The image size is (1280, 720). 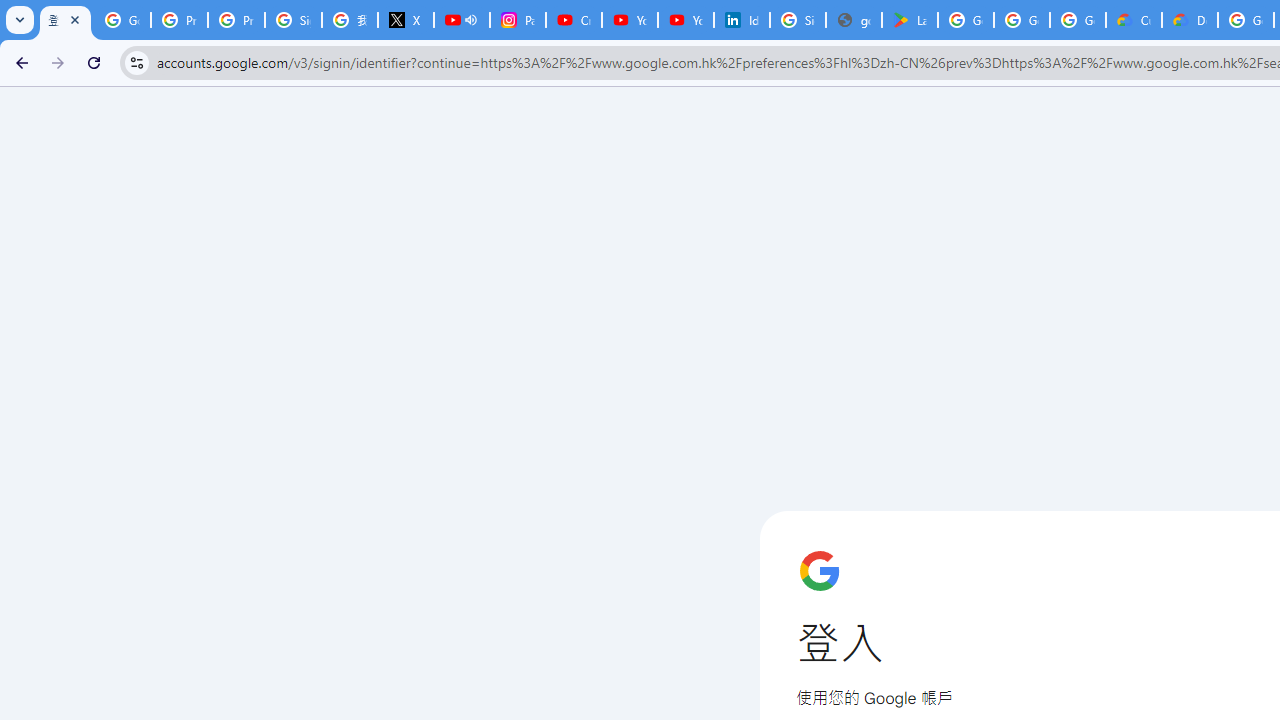 What do you see at coordinates (236, 20) in the screenshot?
I see `'Privacy Help Center - Policies Help'` at bounding box center [236, 20].